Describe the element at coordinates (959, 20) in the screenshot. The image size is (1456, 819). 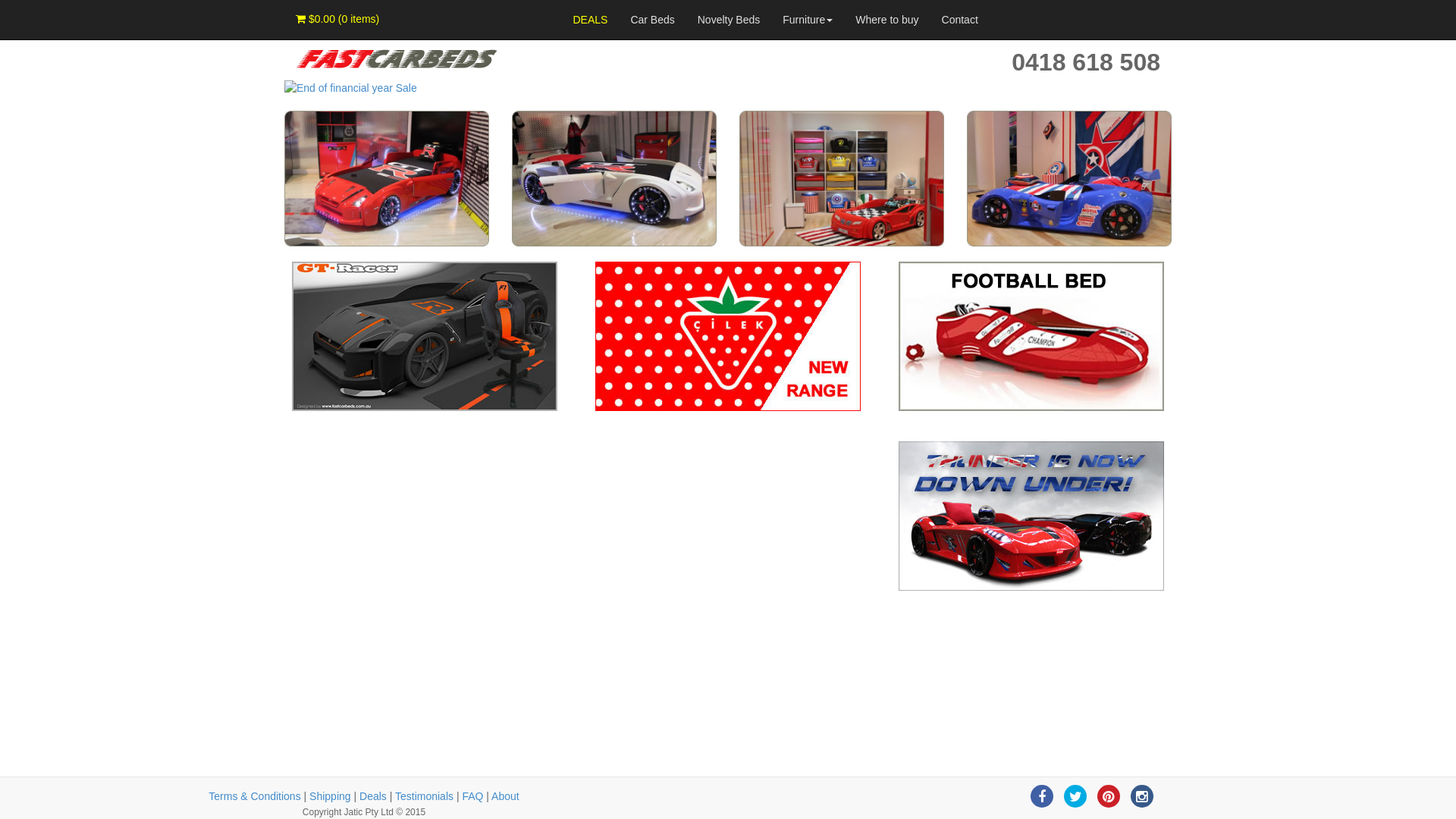
I see `'Contact'` at that location.